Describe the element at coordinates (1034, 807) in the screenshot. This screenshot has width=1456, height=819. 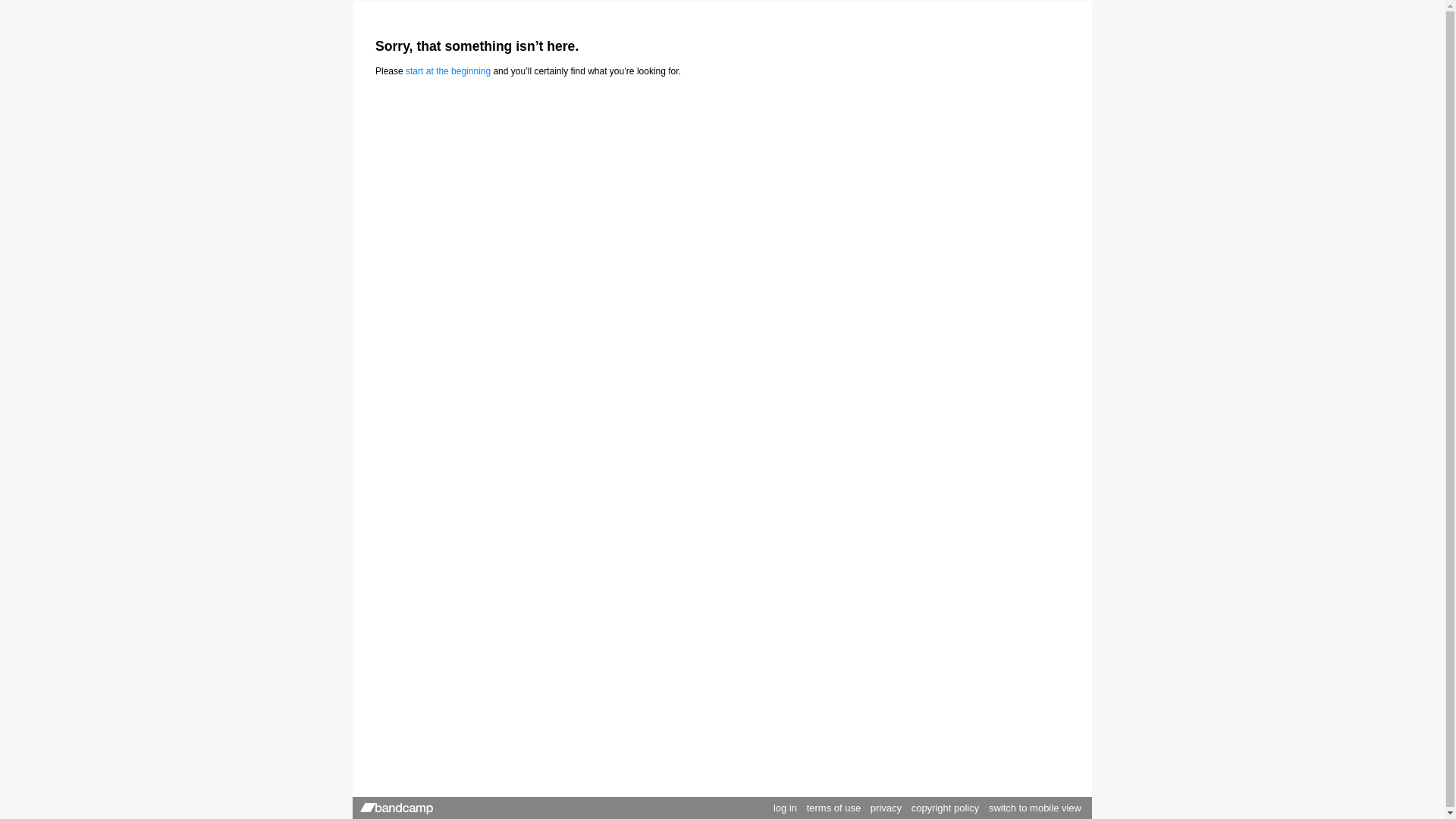
I see `'switch to mobile view'` at that location.